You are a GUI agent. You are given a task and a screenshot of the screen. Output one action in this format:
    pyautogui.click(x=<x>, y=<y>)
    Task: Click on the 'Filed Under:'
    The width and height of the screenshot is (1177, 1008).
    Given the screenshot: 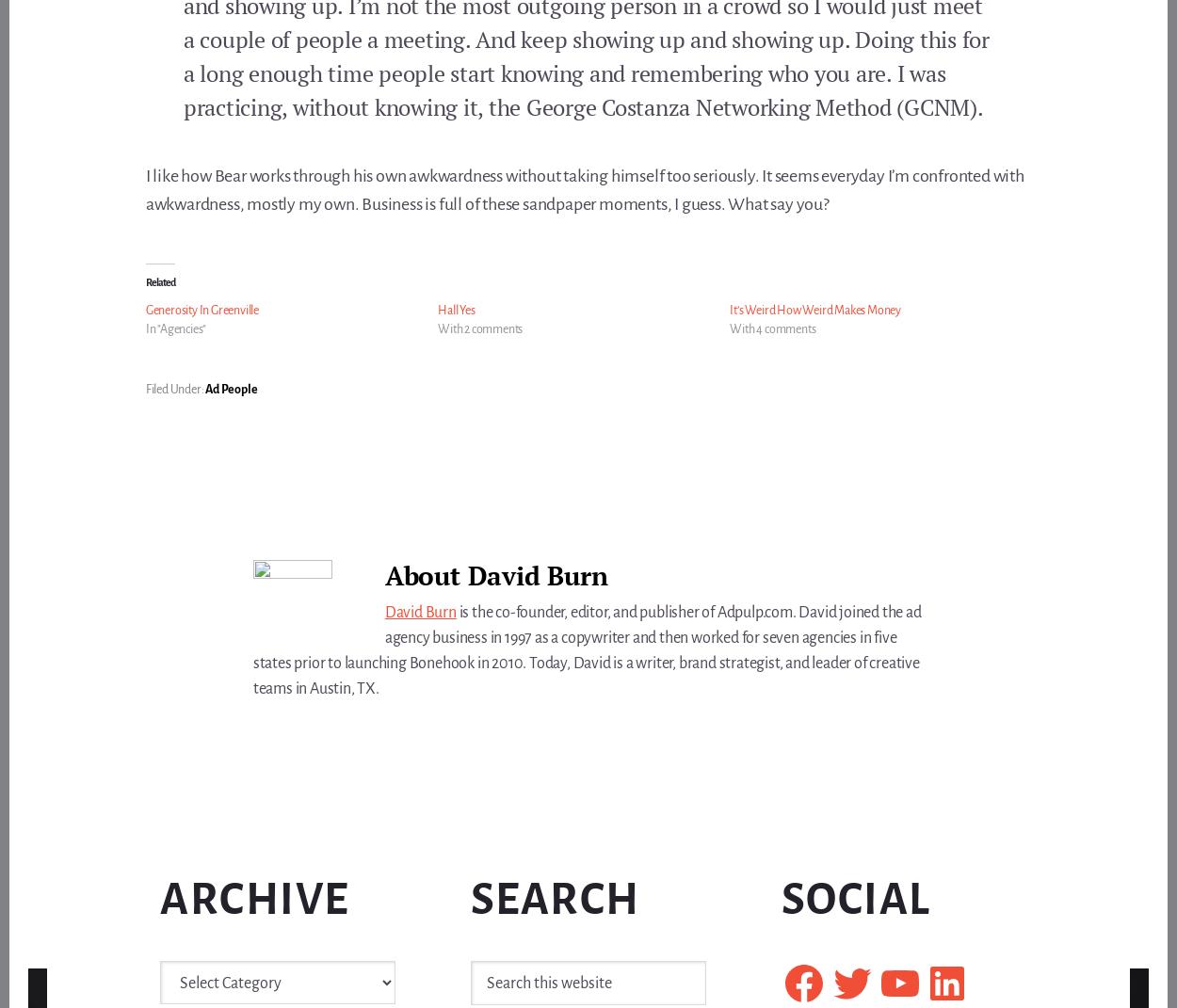 What is the action you would take?
    pyautogui.click(x=174, y=388)
    